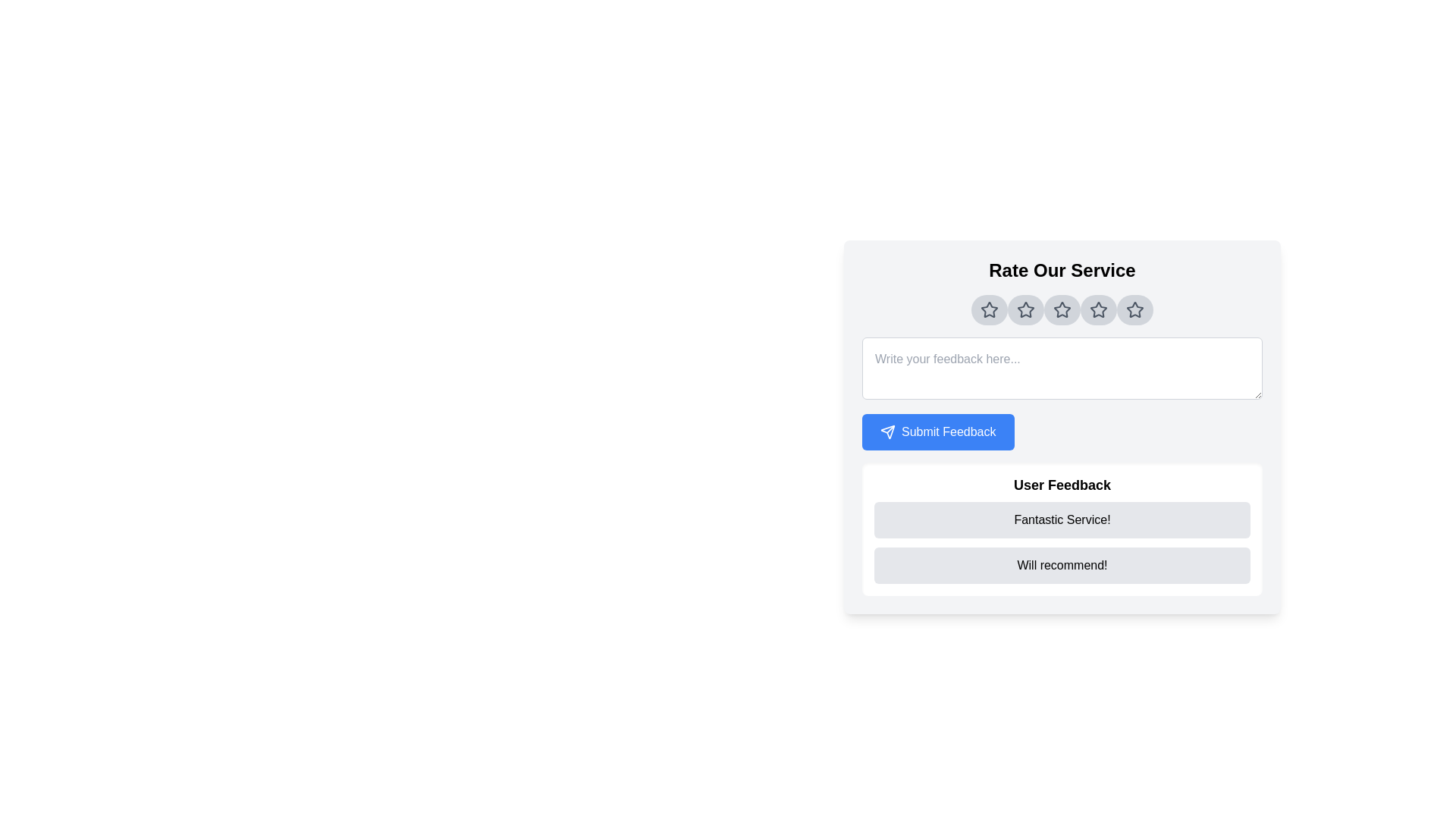 Image resolution: width=1456 pixels, height=819 pixels. What do you see at coordinates (1026, 309) in the screenshot?
I see `the third star icon in the rating system located in the top center of the feedback form interface` at bounding box center [1026, 309].